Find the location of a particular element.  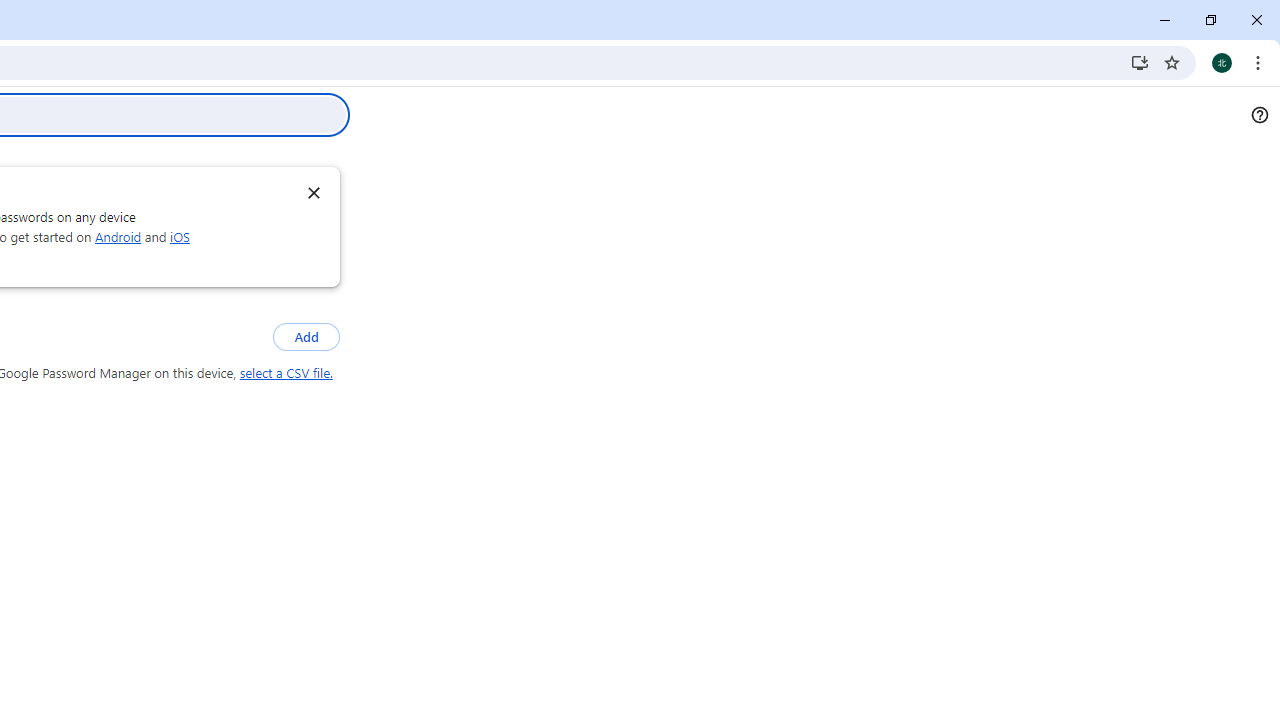

'Android' is located at coordinates (116, 235).